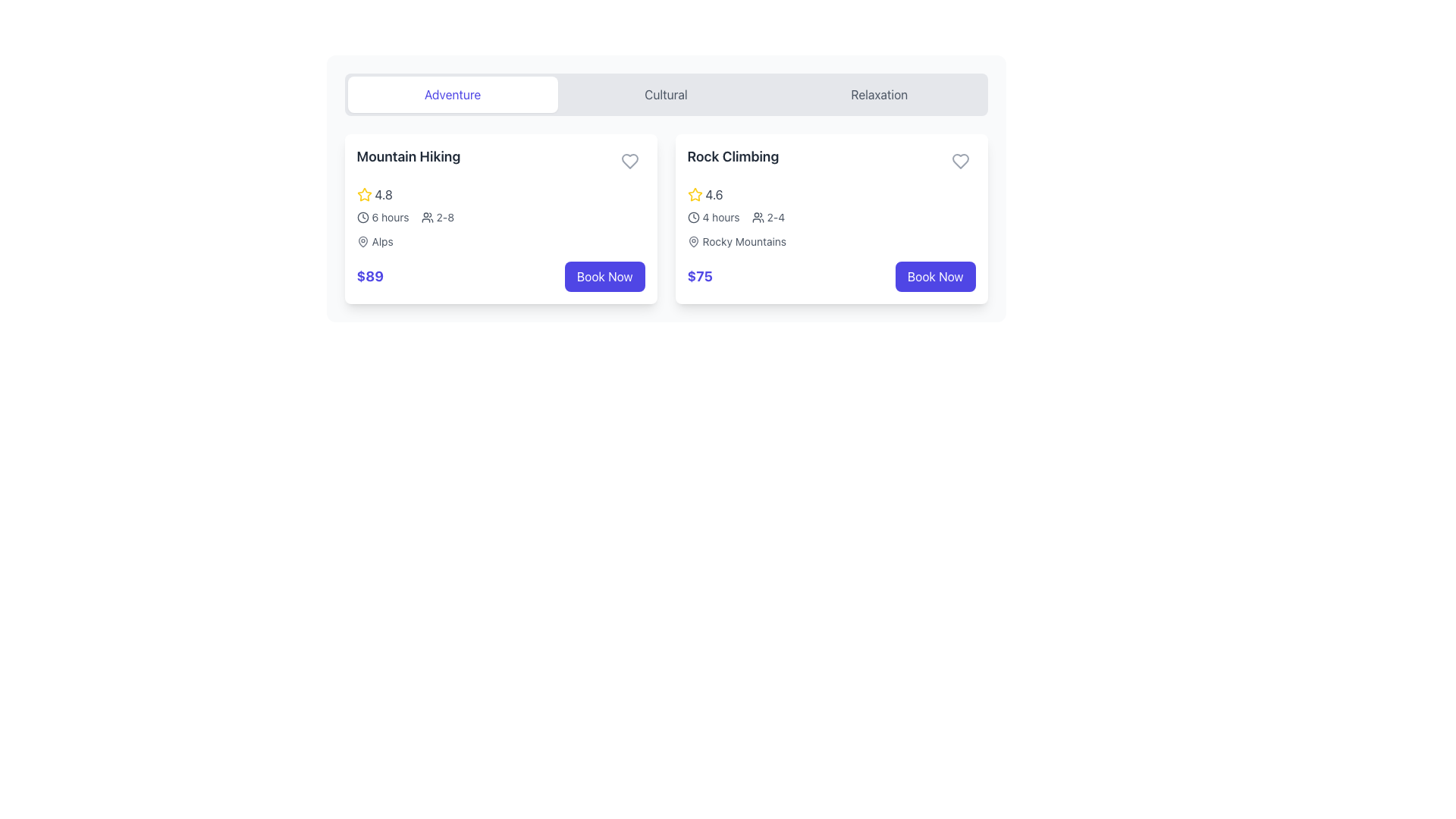  I want to click on the 'Adventure', 'Cultural', or 'Relaxation' segment on the Tab bar, so click(666, 94).